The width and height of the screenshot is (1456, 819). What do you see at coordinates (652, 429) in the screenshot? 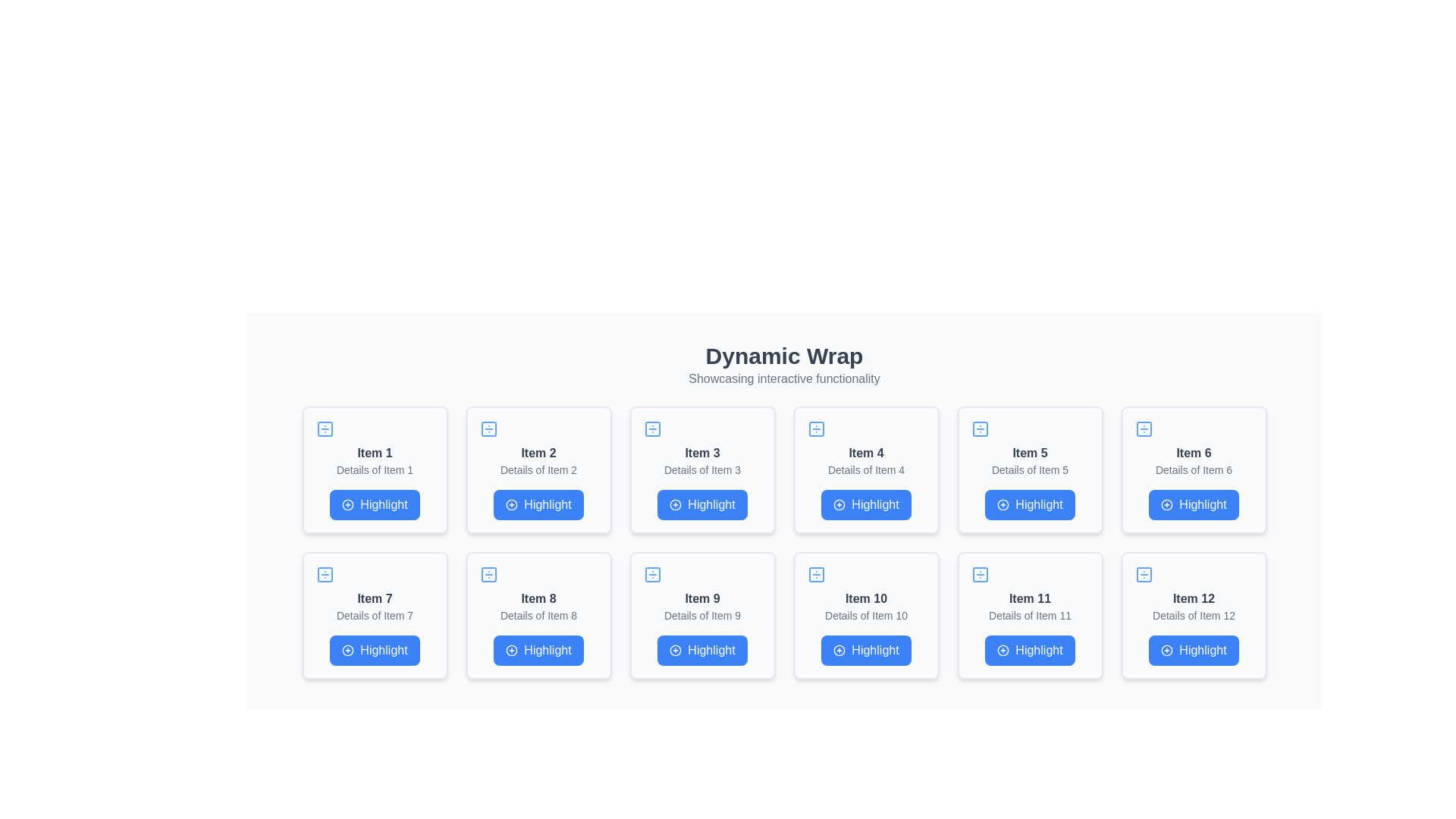
I see `the small square icon with a blue outline and a divider symbol located in the top-left section of the 'Item 3' card` at bounding box center [652, 429].